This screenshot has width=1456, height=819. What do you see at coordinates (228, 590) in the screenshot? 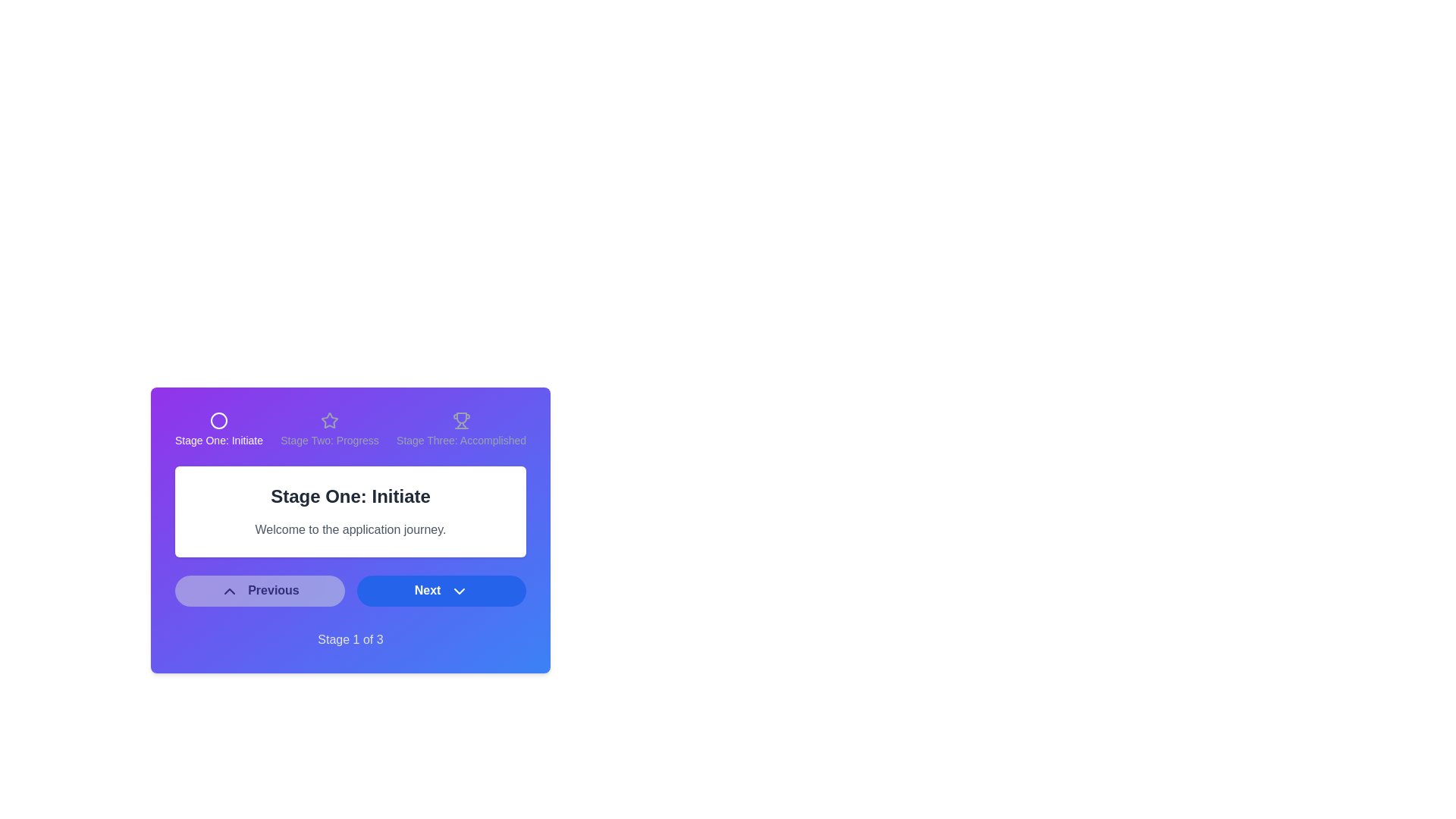
I see `the chevron icon within the 'Previous' button located on the left side of the interface near the bottom of the main card` at bounding box center [228, 590].